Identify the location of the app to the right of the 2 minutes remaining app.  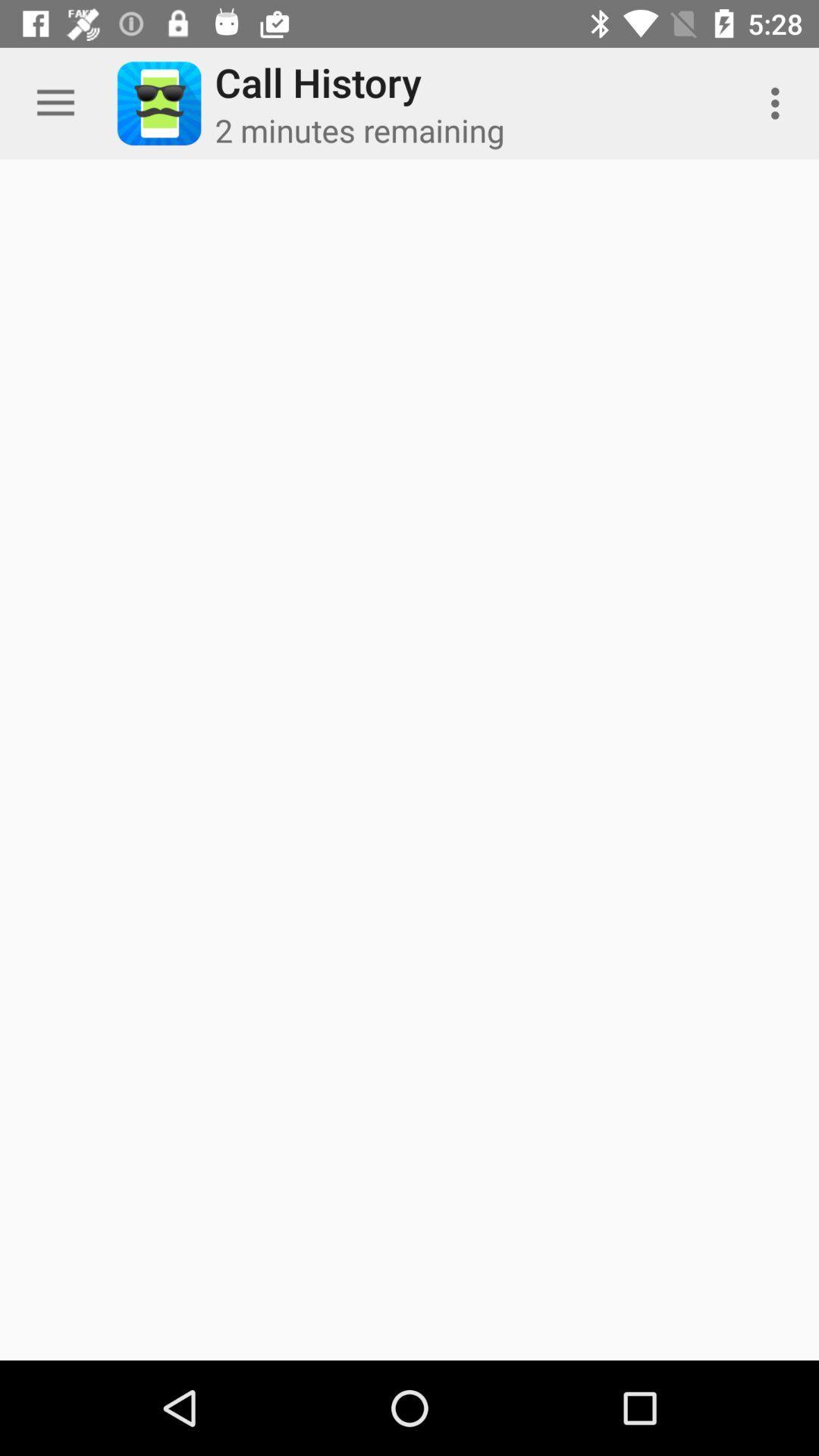
(779, 102).